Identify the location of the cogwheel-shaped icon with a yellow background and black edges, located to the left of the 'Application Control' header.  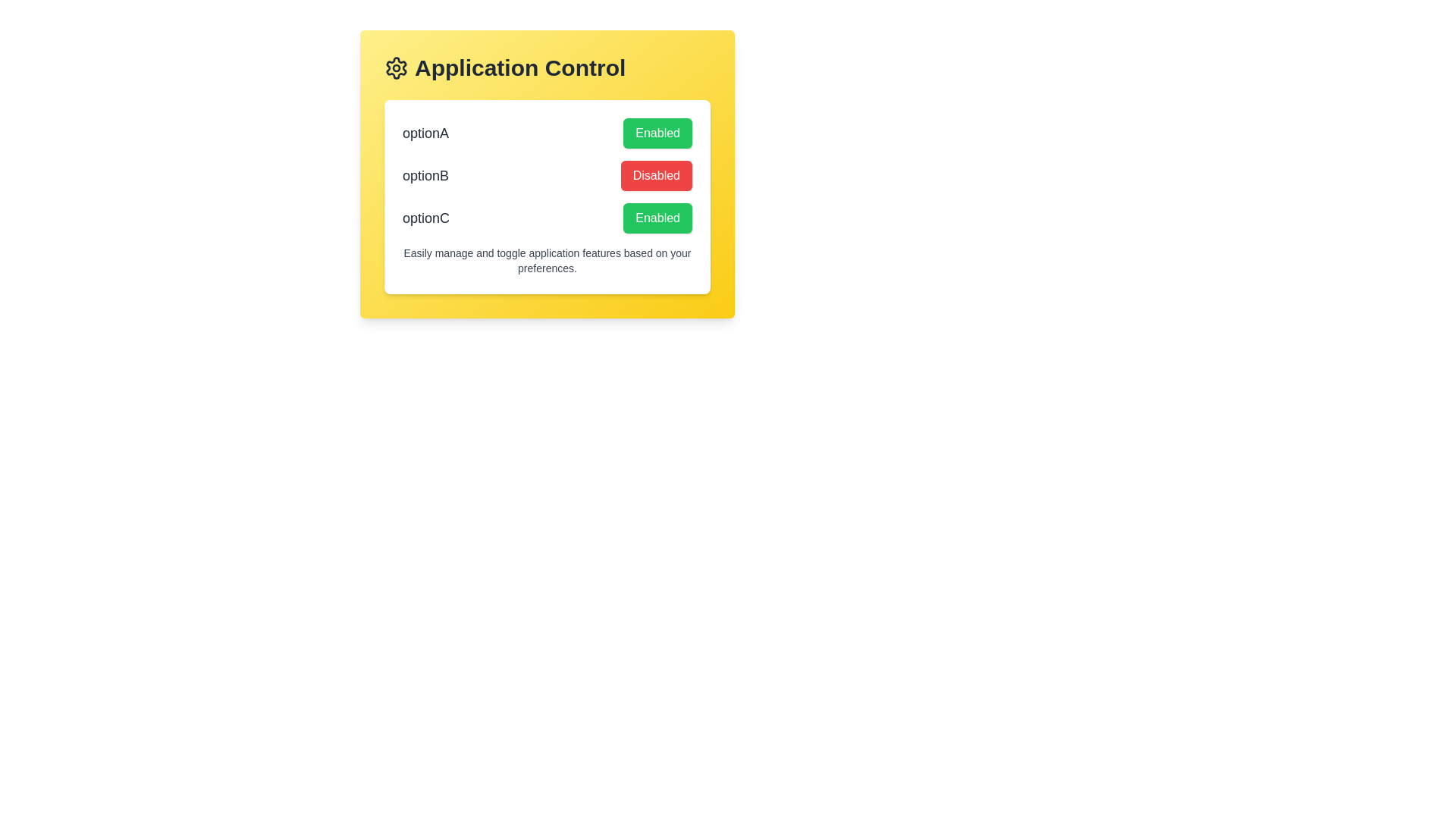
(397, 67).